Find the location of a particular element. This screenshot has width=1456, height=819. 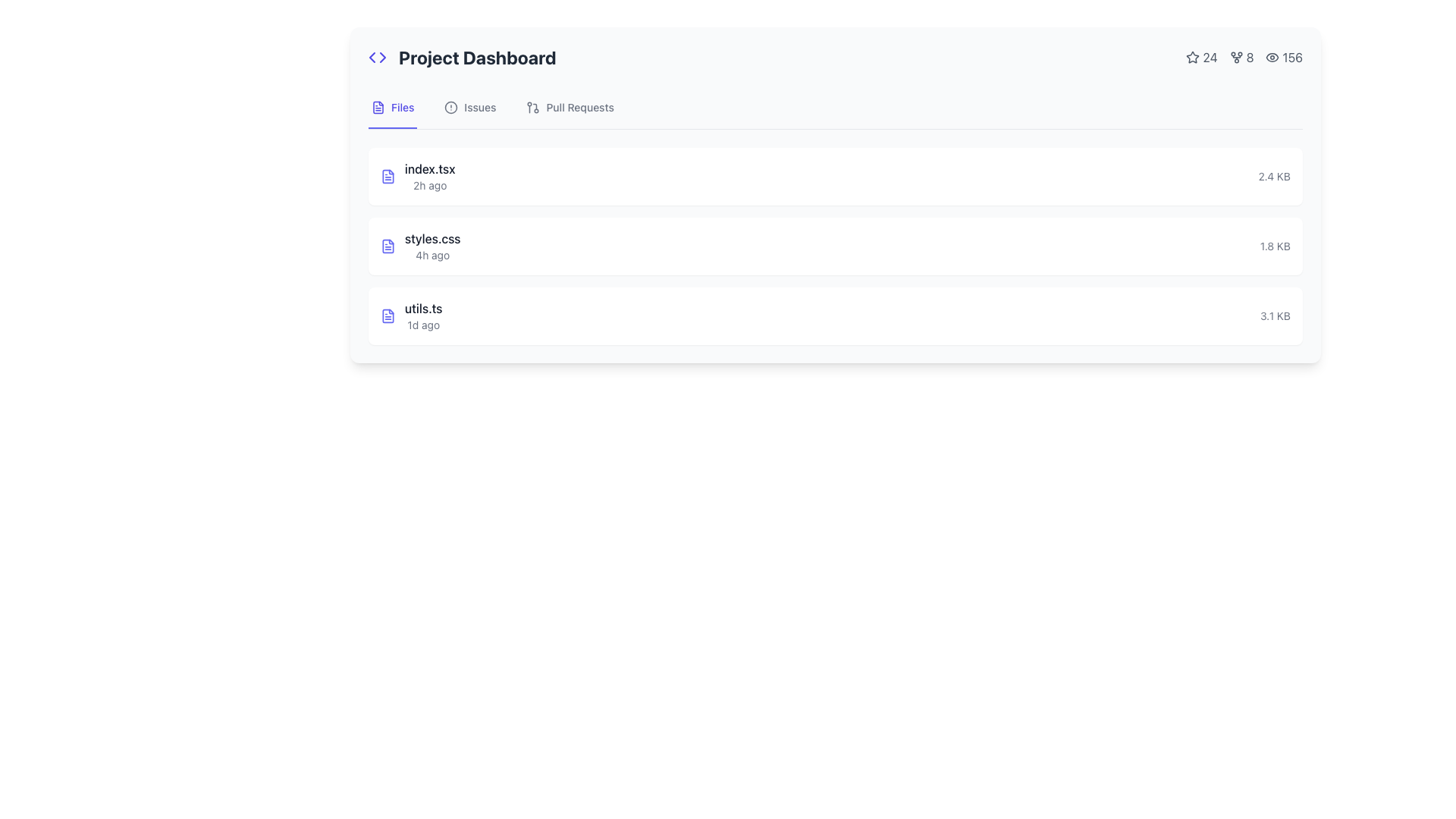

'Files' icon located to the left of the 'Files' text in the navigation tab at the top of the dashboard for styling is located at coordinates (378, 107).